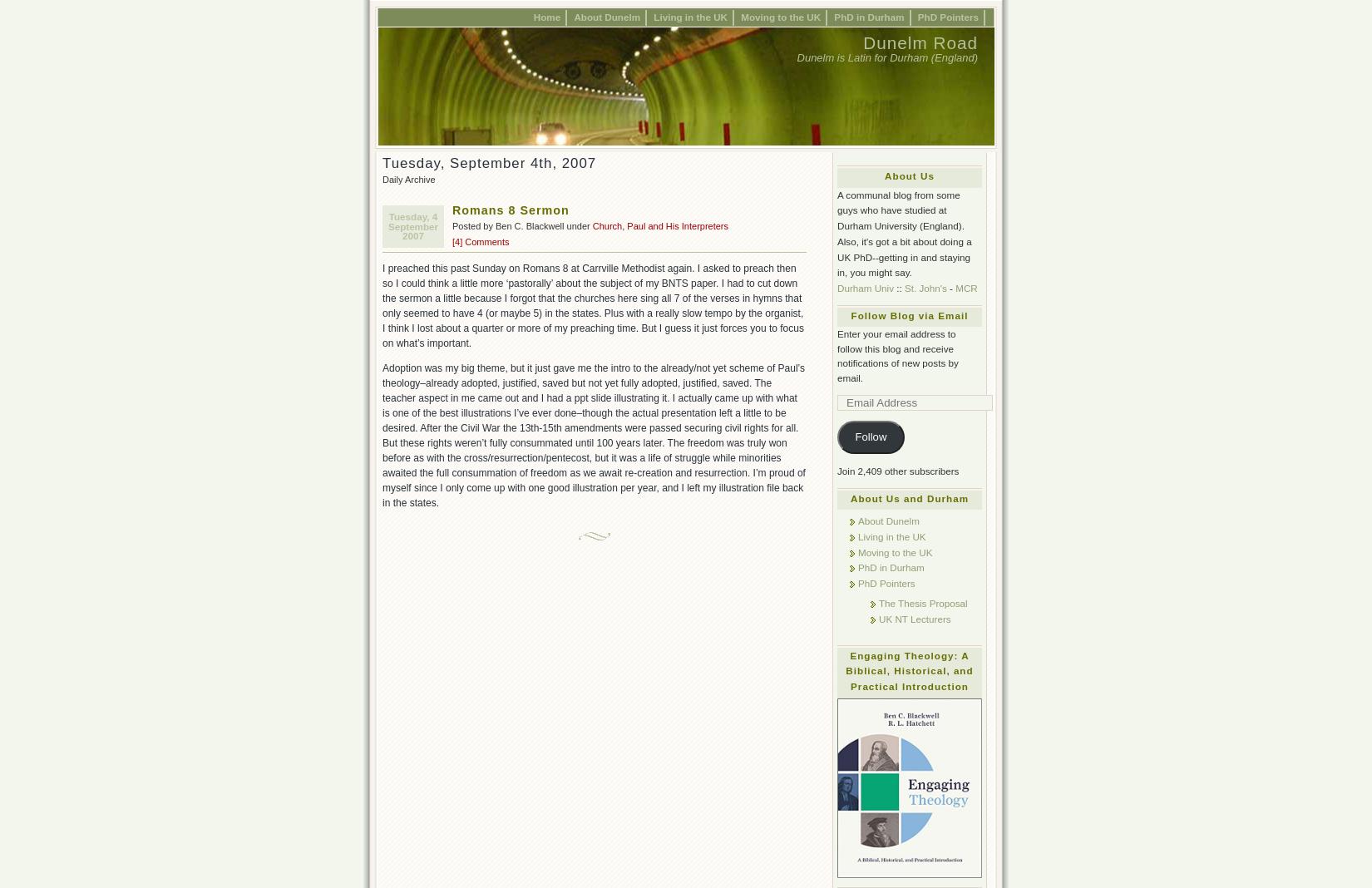 The width and height of the screenshot is (1372, 888). Describe the element at coordinates (922, 602) in the screenshot. I see `'The Thesis Proposal'` at that location.